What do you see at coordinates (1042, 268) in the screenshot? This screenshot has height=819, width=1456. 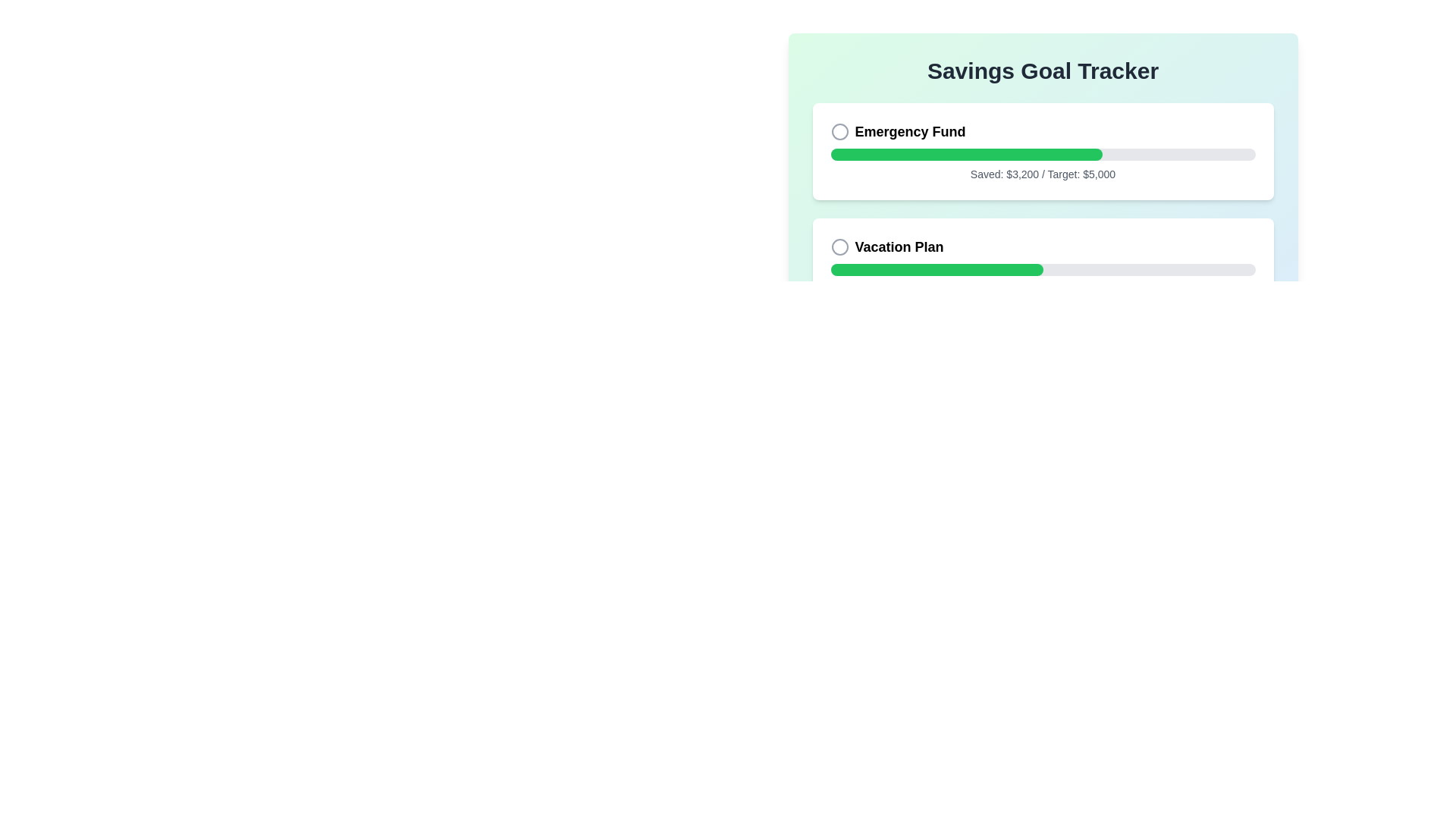 I see `the progress bar, which is a horizontal element indicating 50% progress, located centrally below the 'Vacation Plan' text element` at bounding box center [1042, 268].